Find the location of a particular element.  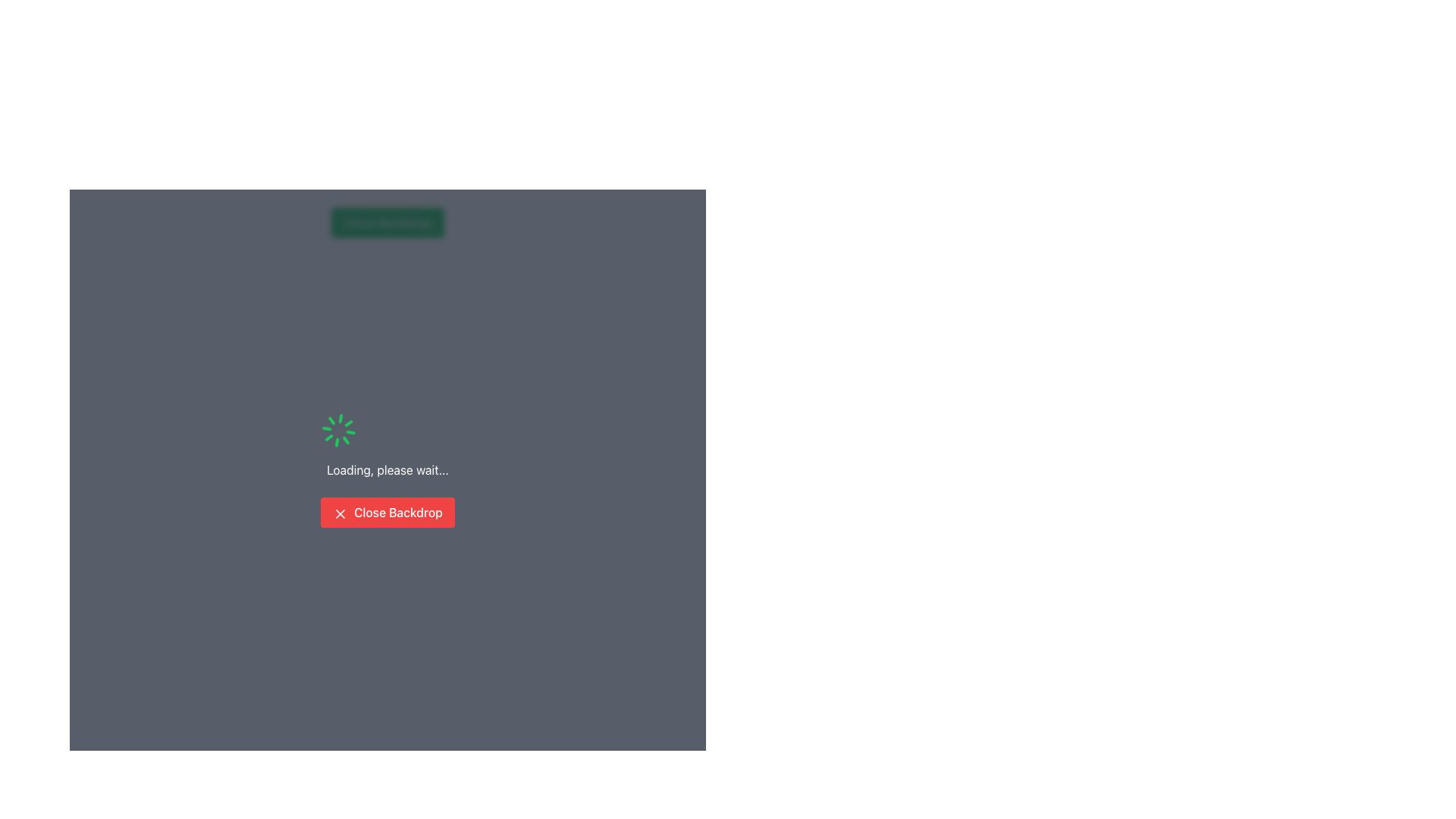

the close button at the top center of the modal dialog is located at coordinates (388, 222).